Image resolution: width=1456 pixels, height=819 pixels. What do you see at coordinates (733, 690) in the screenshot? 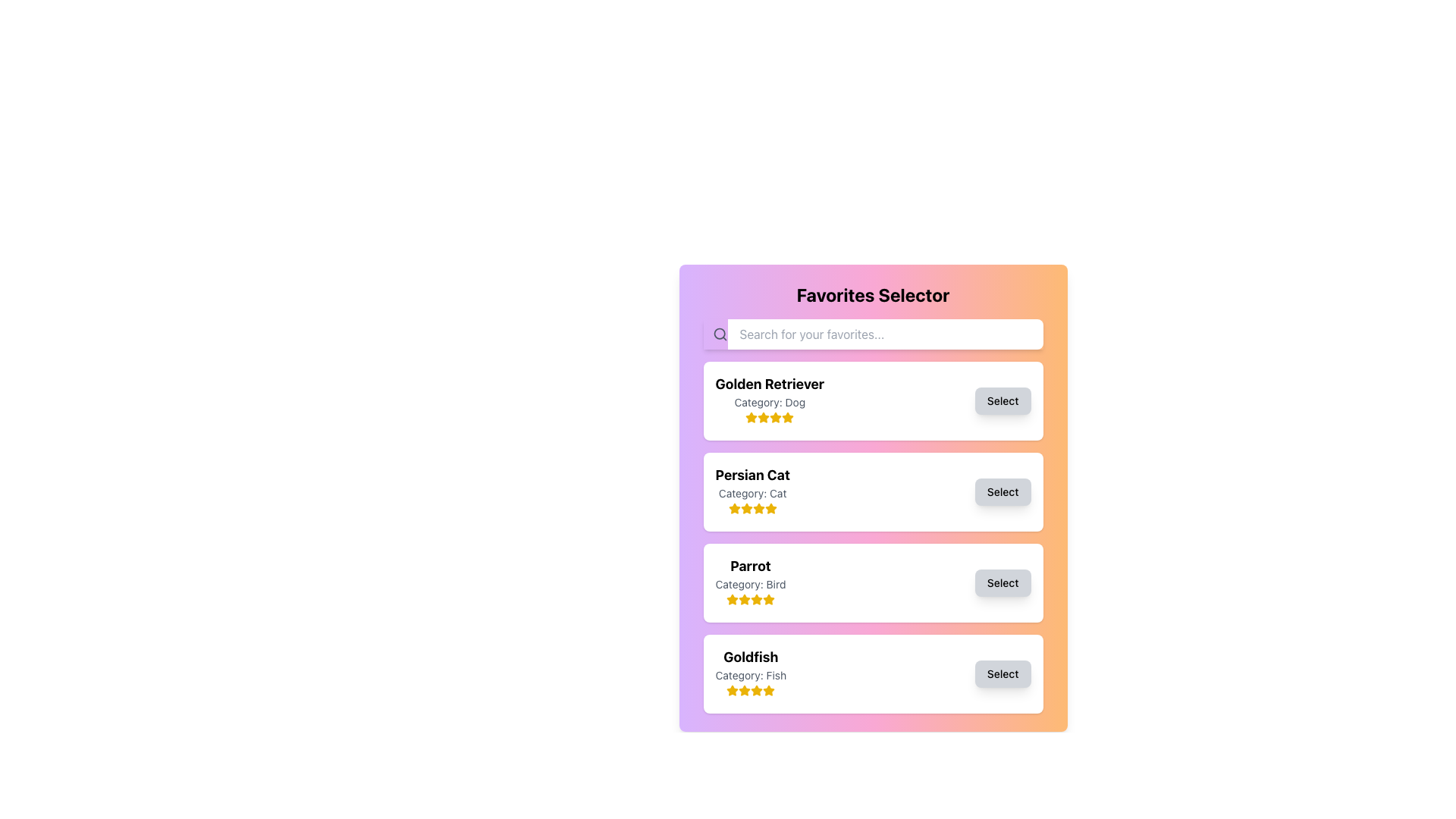
I see `the first star-shaped icon filled with yellow color for rating associated with the 'Goldfish' entry in the list, located to the left of the 'Select' button` at bounding box center [733, 690].